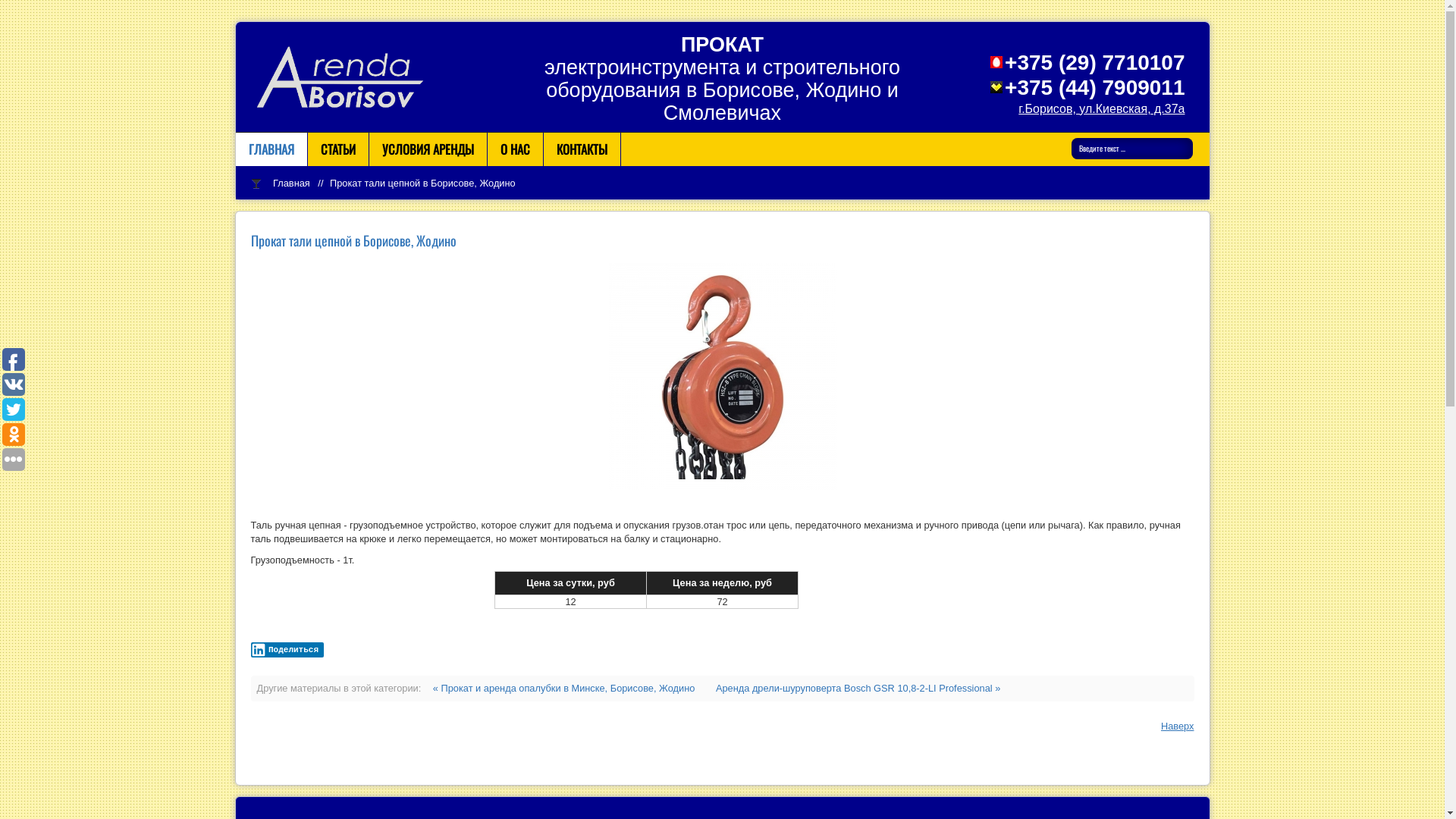 This screenshot has height=819, width=1456. What do you see at coordinates (1094, 61) in the screenshot?
I see `'+375 (29) 7710107'` at bounding box center [1094, 61].